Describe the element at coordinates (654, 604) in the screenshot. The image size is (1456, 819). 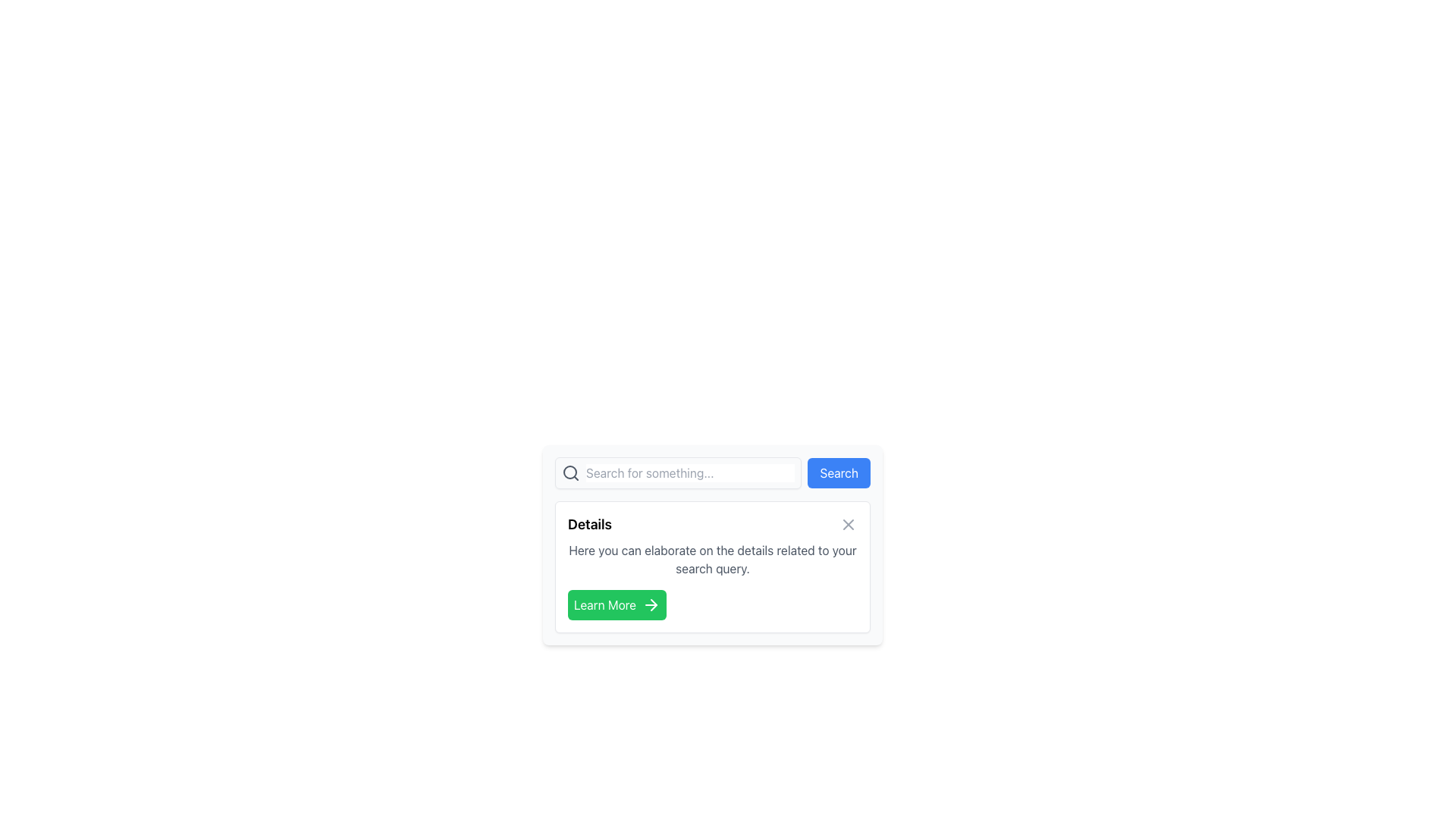
I see `the SVG arrow icon positioned to the right of the text within the interactive green 'Learn More' button to signify forward navigation` at that location.